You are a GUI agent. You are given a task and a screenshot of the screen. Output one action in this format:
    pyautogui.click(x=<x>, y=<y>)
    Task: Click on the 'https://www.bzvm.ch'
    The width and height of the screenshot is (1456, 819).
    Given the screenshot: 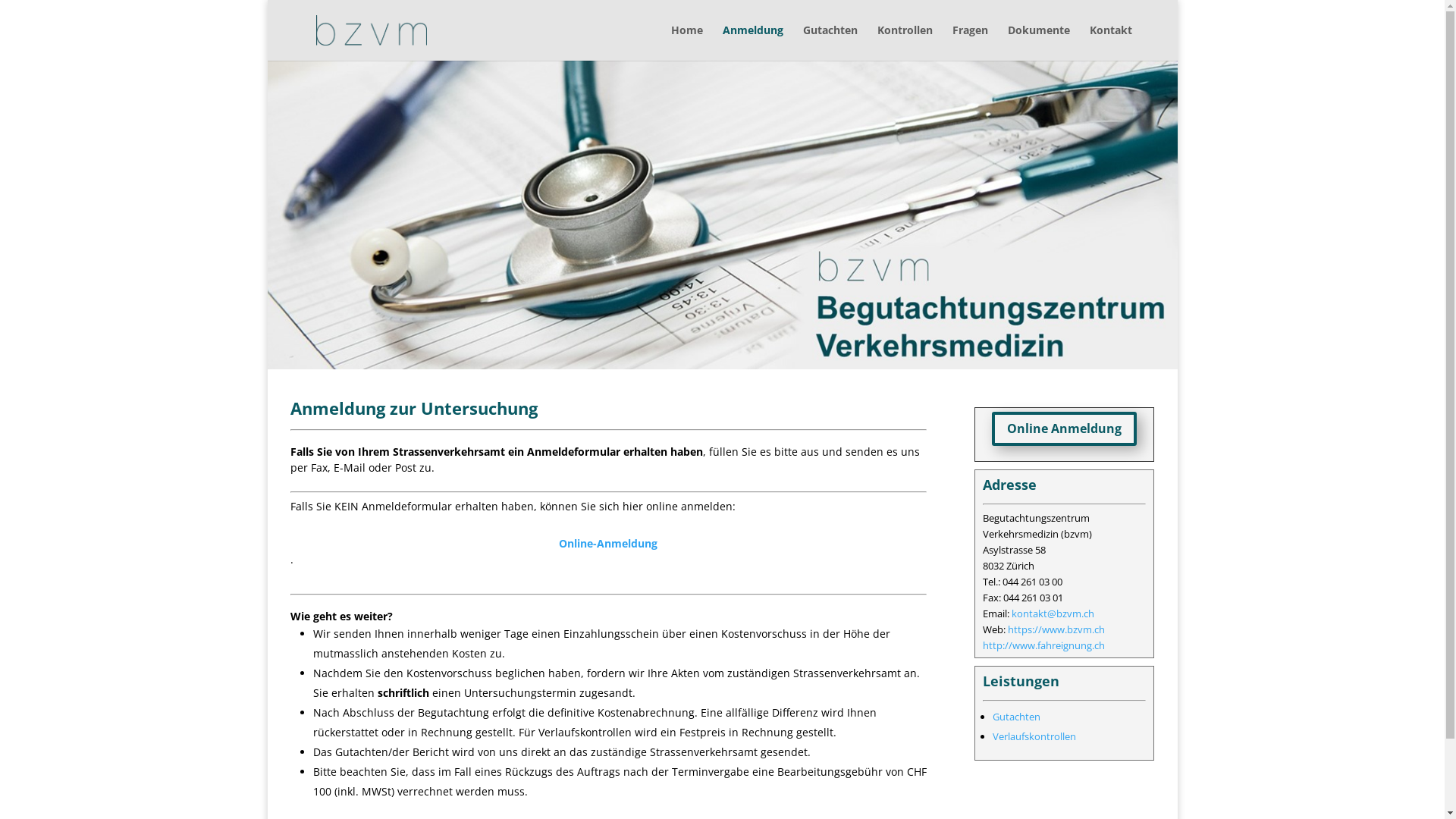 What is the action you would take?
    pyautogui.click(x=1055, y=629)
    